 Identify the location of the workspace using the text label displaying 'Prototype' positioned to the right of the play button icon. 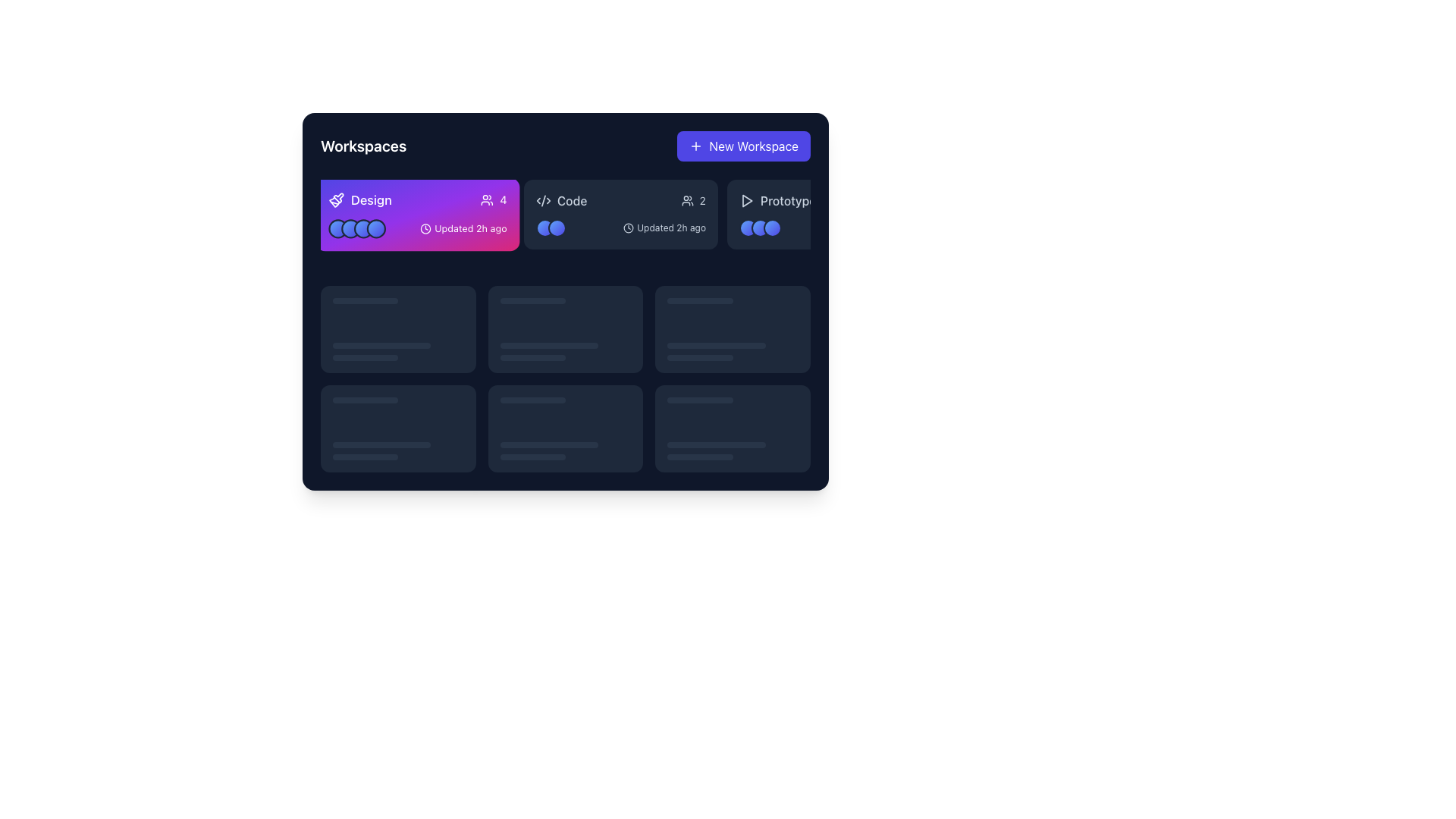
(788, 200).